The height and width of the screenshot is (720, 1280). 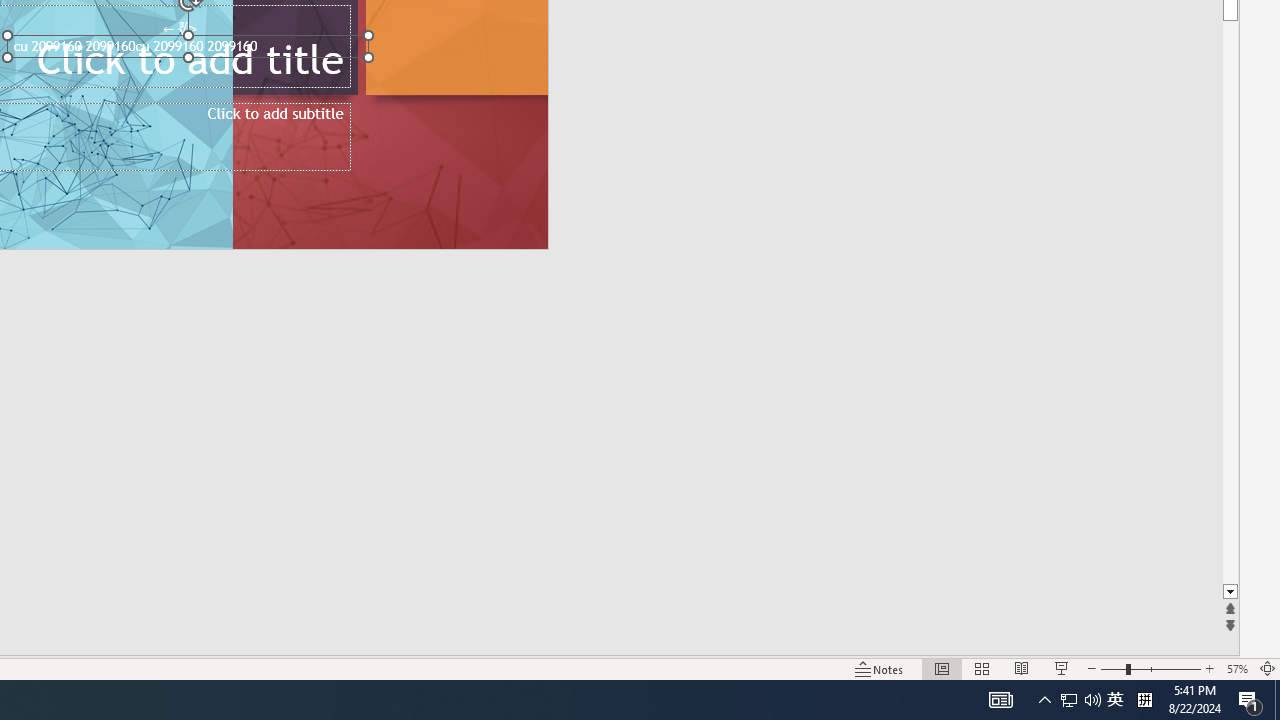 I want to click on 'Zoom 57%', so click(x=1236, y=669).